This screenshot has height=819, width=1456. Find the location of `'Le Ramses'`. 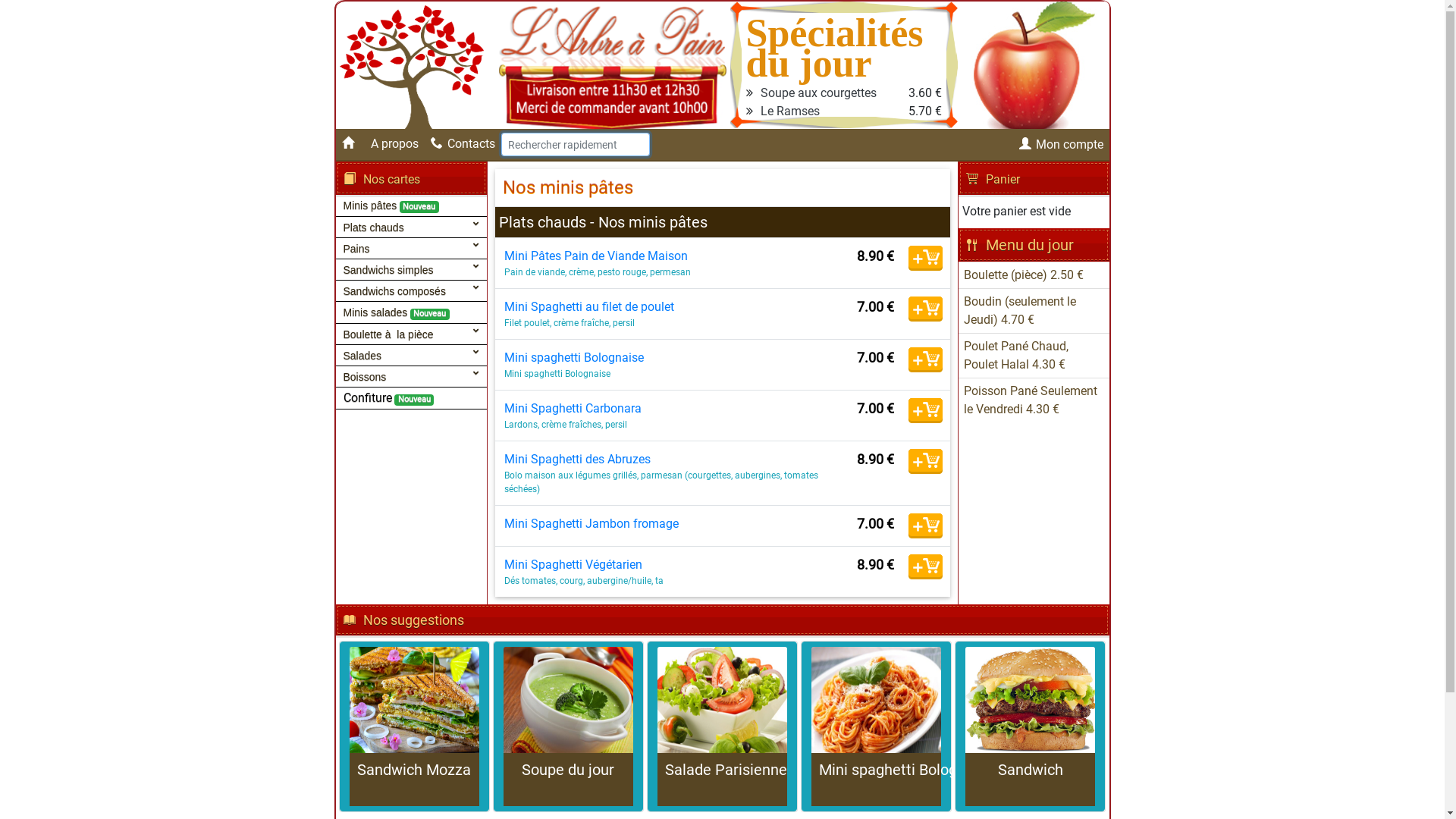

'Le Ramses' is located at coordinates (789, 110).